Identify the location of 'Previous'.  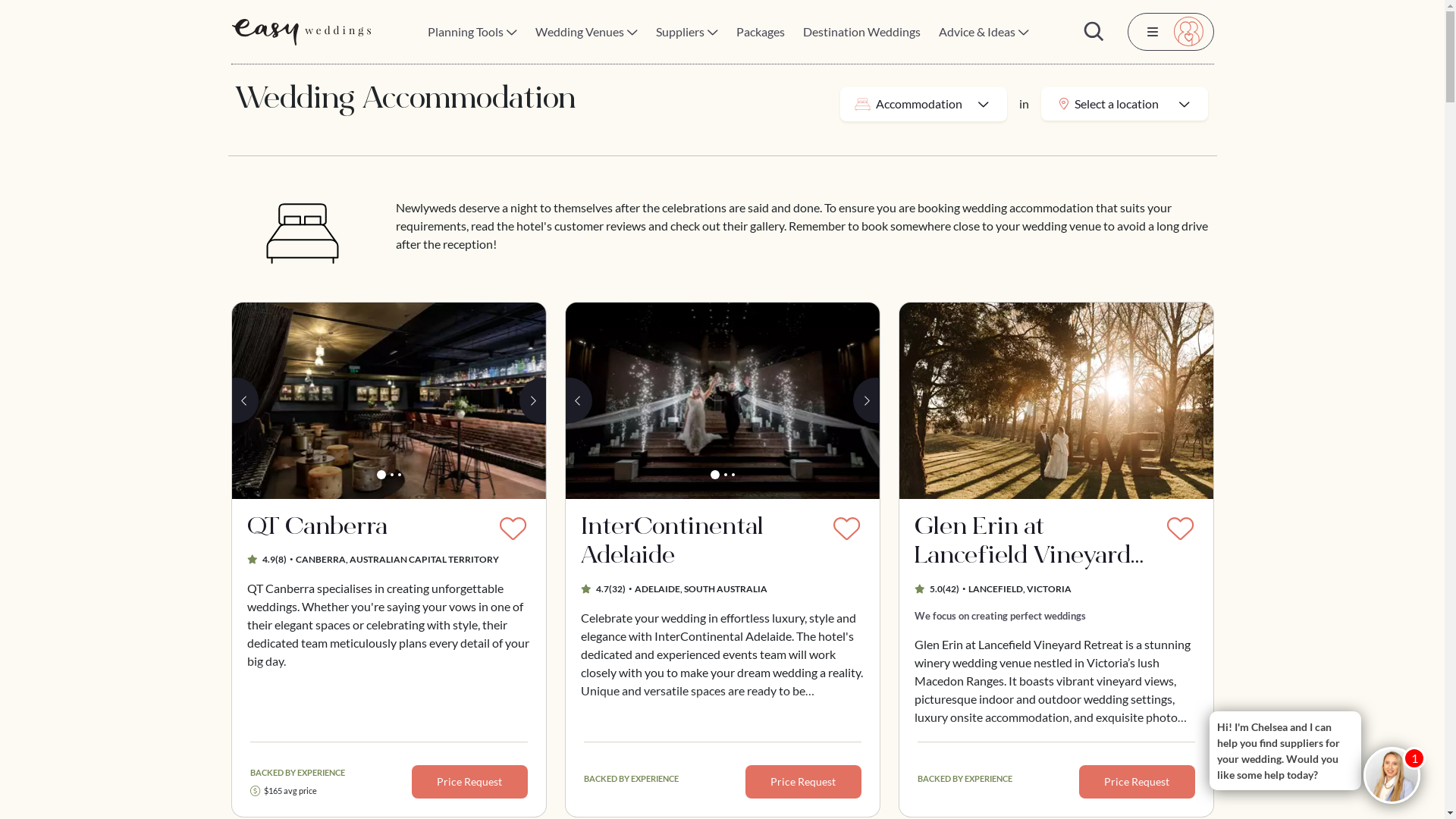
(245, 400).